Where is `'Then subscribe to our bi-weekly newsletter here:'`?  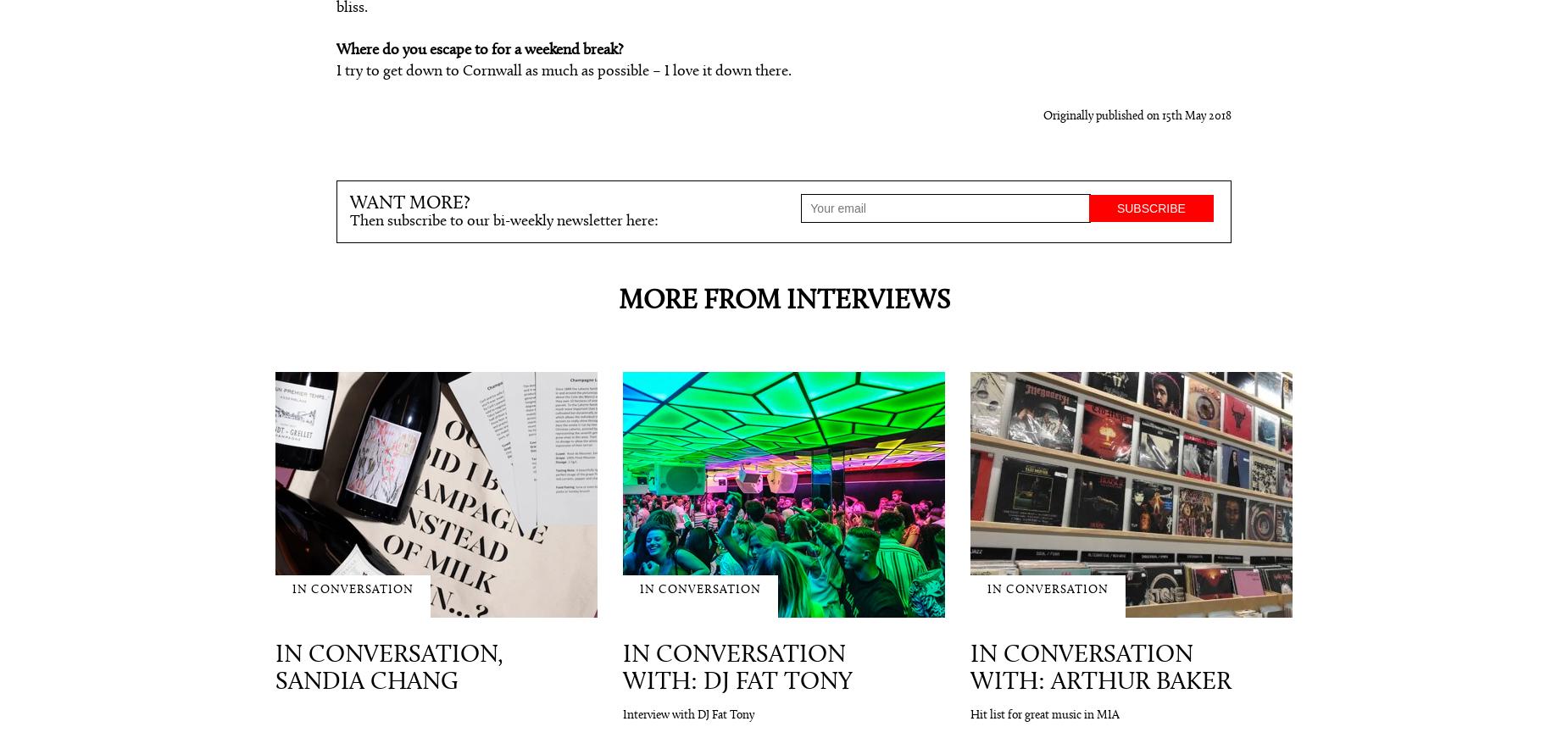 'Then subscribe to our bi-weekly newsletter here:' is located at coordinates (503, 220).